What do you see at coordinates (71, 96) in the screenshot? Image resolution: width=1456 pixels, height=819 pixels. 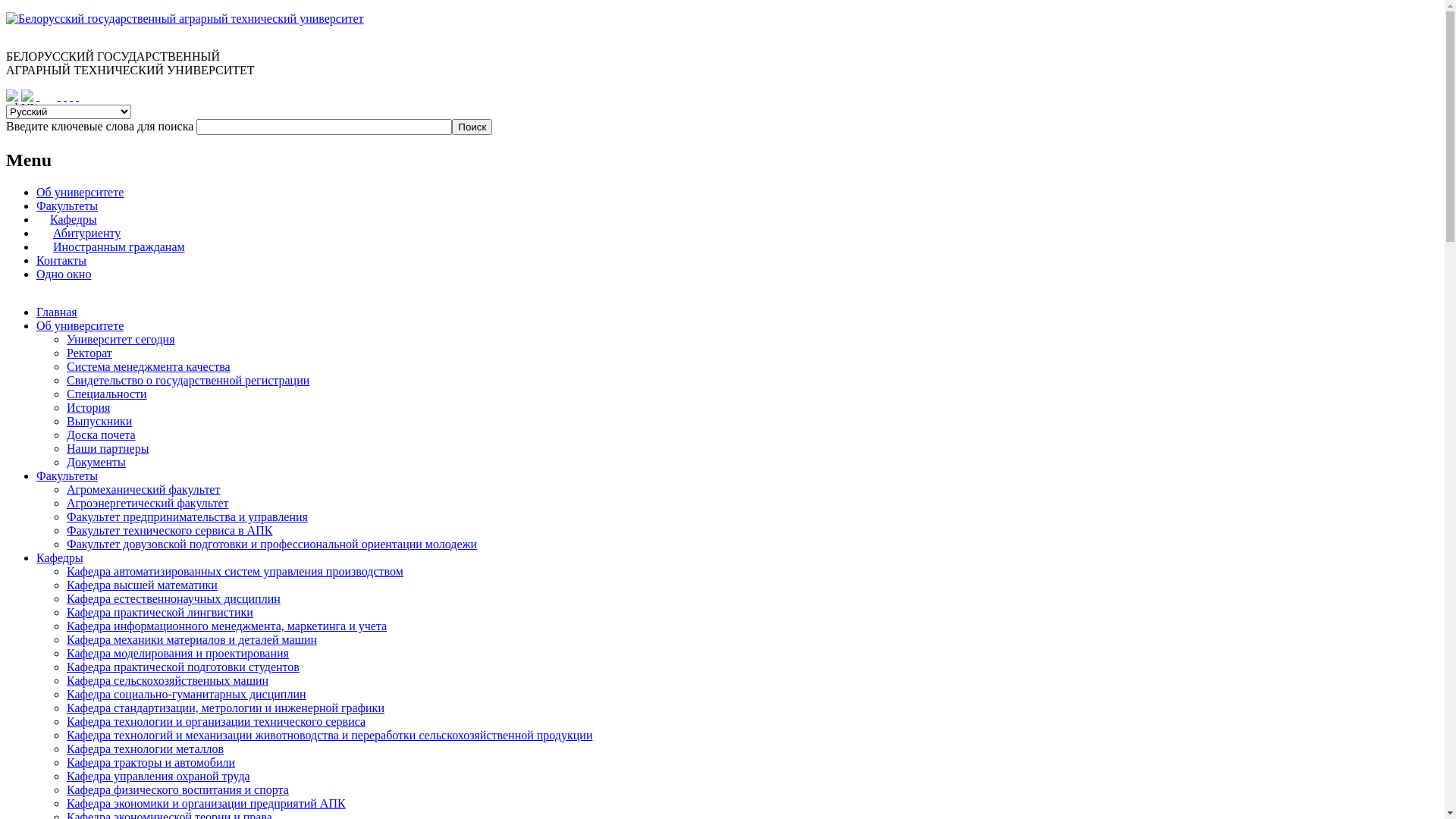 I see `' '` at bounding box center [71, 96].